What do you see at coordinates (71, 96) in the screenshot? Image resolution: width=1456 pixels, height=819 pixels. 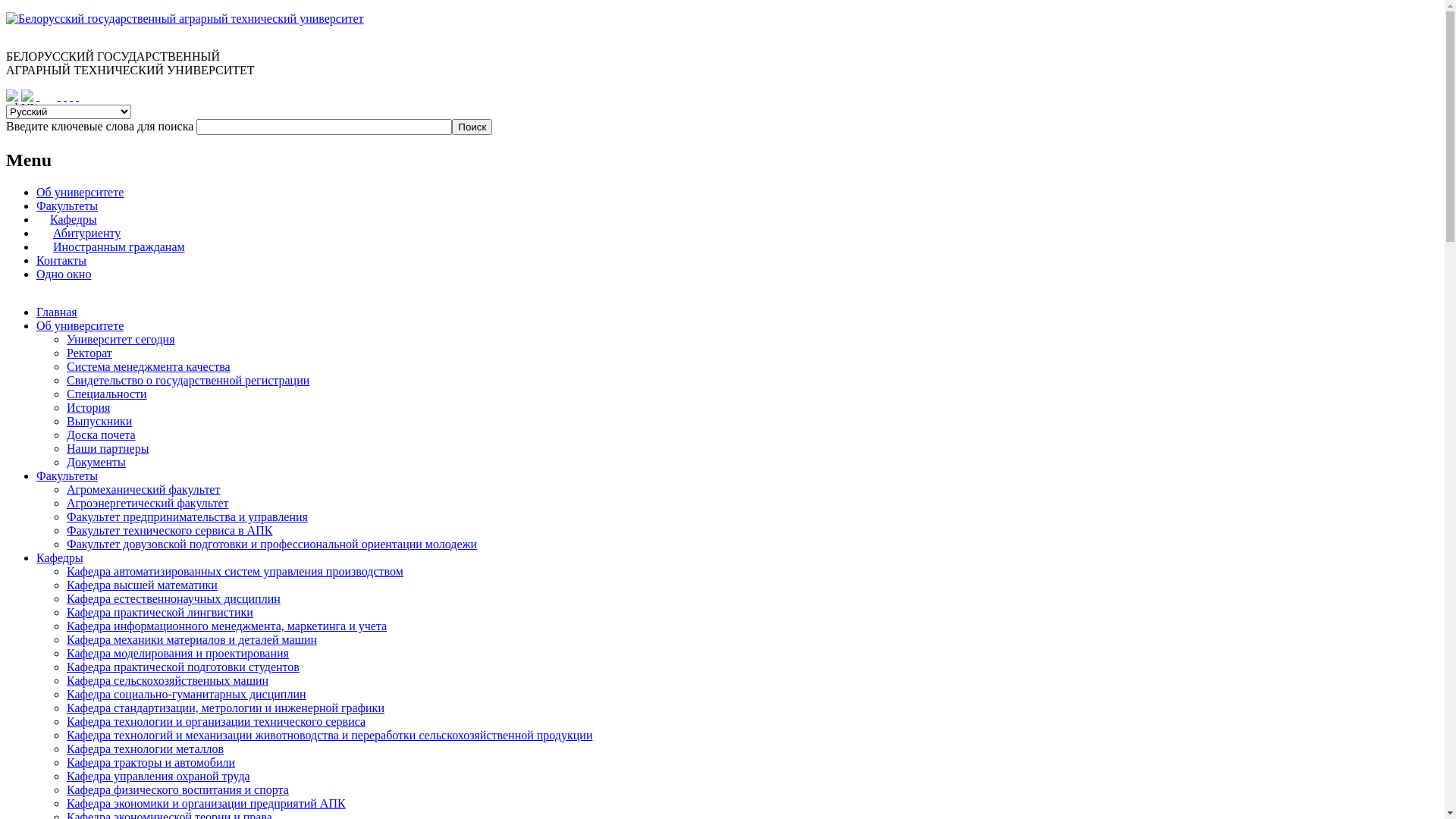 I see `' '` at bounding box center [71, 96].